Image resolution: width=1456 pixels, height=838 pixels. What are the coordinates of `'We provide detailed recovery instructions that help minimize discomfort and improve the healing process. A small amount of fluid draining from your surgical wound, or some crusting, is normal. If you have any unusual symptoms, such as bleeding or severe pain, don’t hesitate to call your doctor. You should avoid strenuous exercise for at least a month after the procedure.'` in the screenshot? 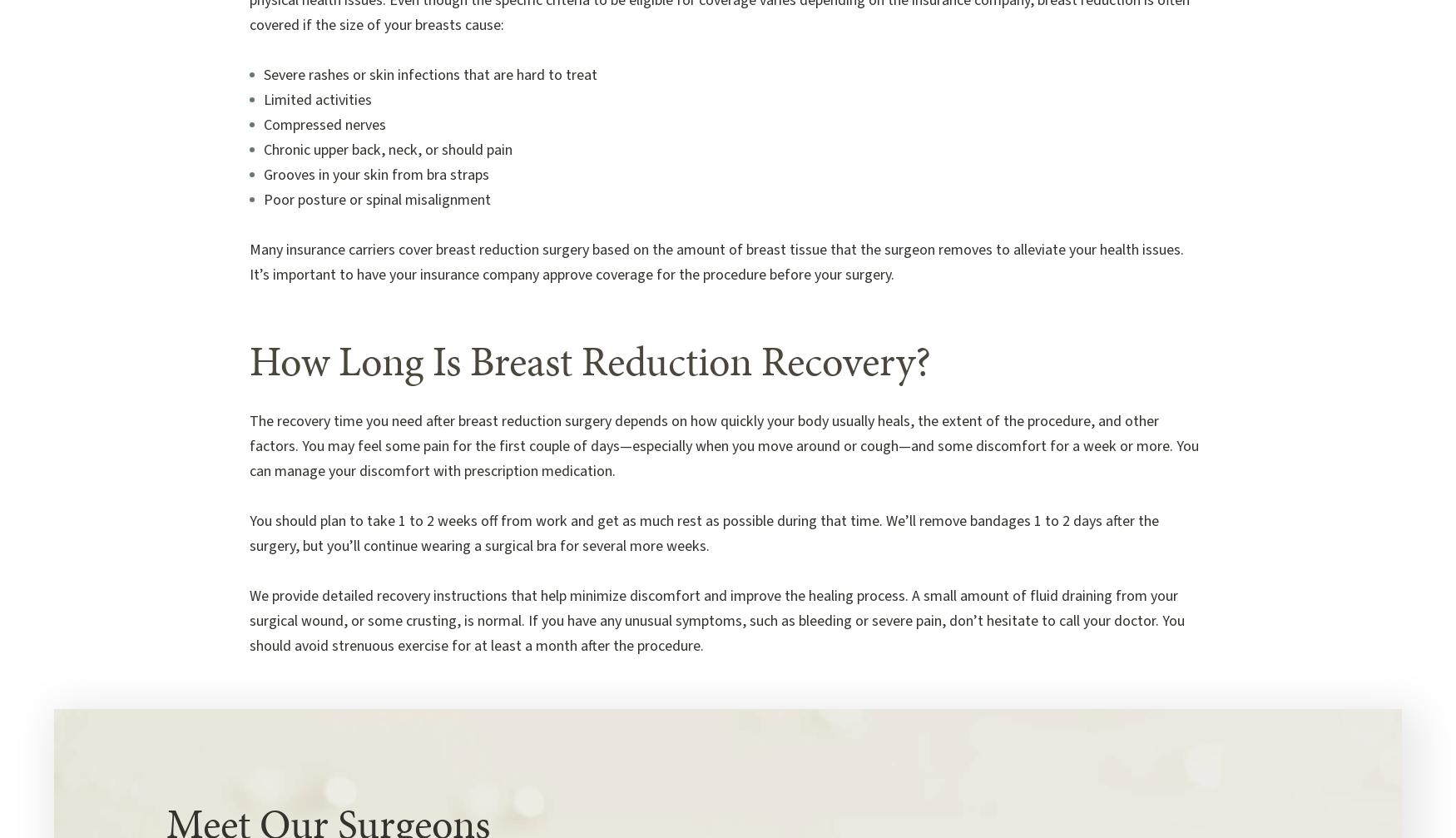 It's located at (717, 620).